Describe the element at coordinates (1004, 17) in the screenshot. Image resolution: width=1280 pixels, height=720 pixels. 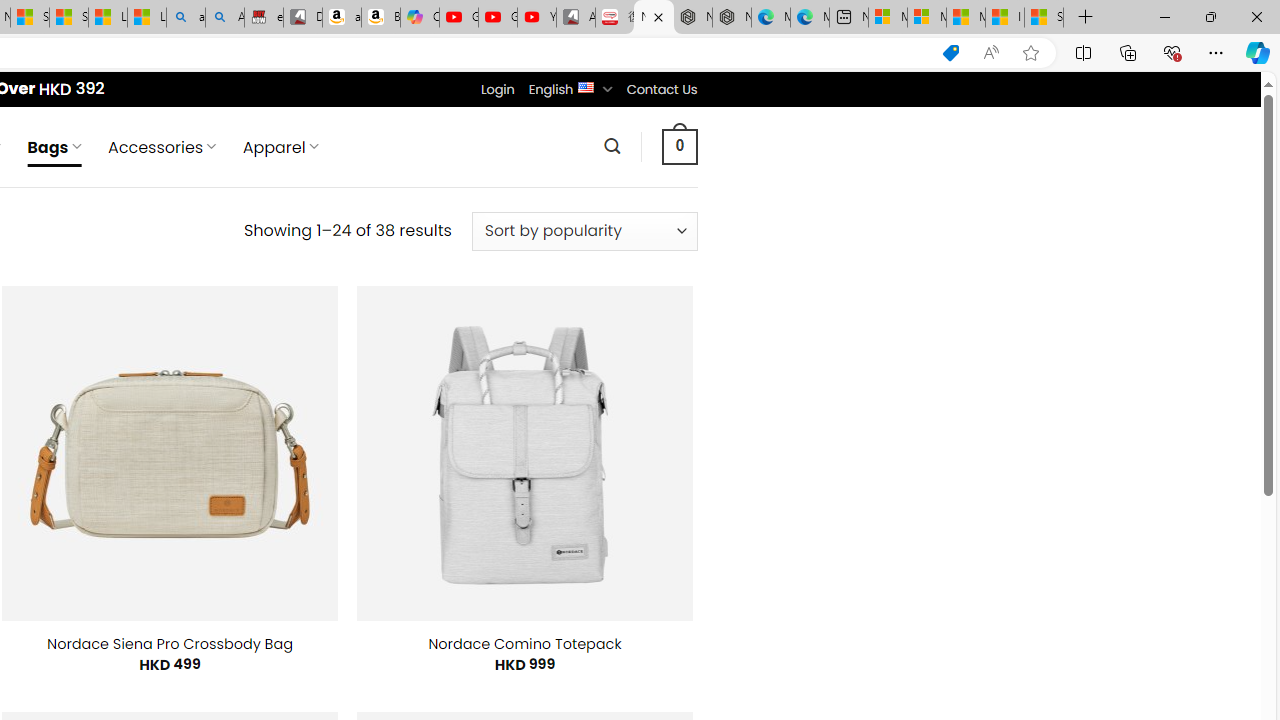
I see `'I Gained 20 Pounds of Muscle in 30 Days! | Watch'` at that location.